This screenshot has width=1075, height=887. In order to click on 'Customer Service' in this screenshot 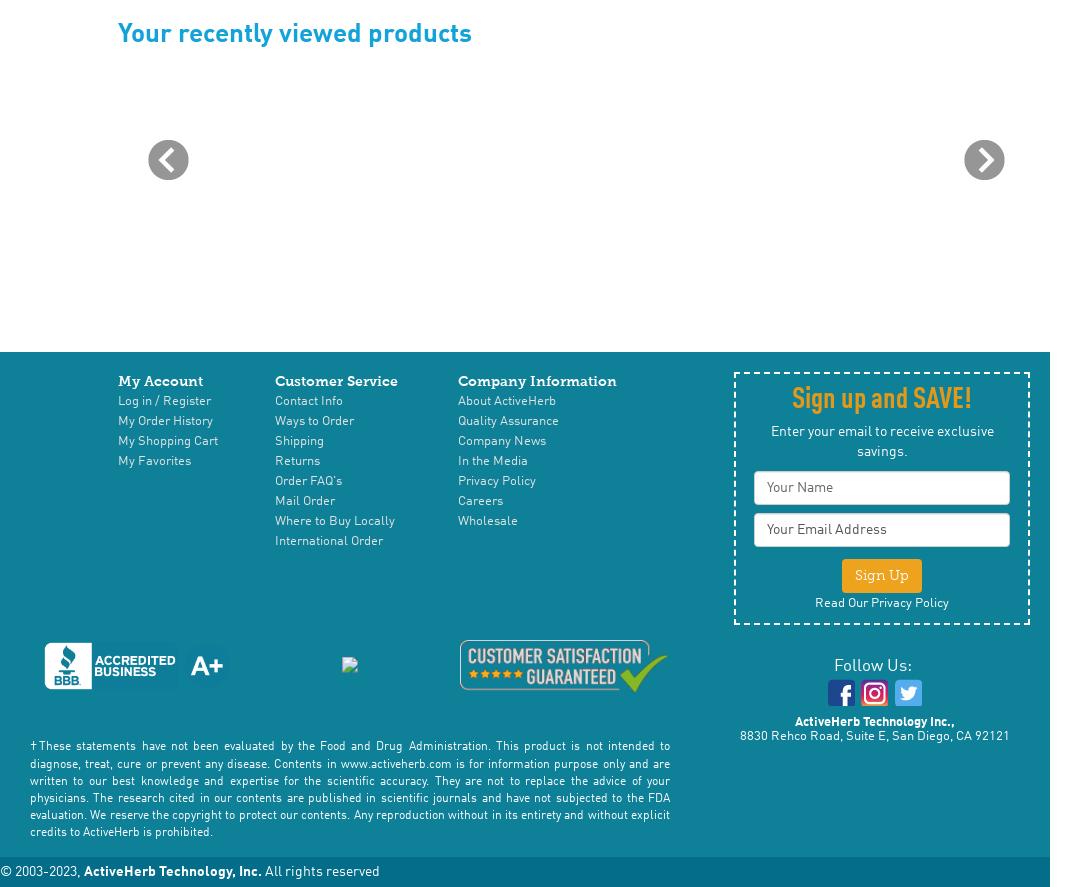, I will do `click(335, 379)`.